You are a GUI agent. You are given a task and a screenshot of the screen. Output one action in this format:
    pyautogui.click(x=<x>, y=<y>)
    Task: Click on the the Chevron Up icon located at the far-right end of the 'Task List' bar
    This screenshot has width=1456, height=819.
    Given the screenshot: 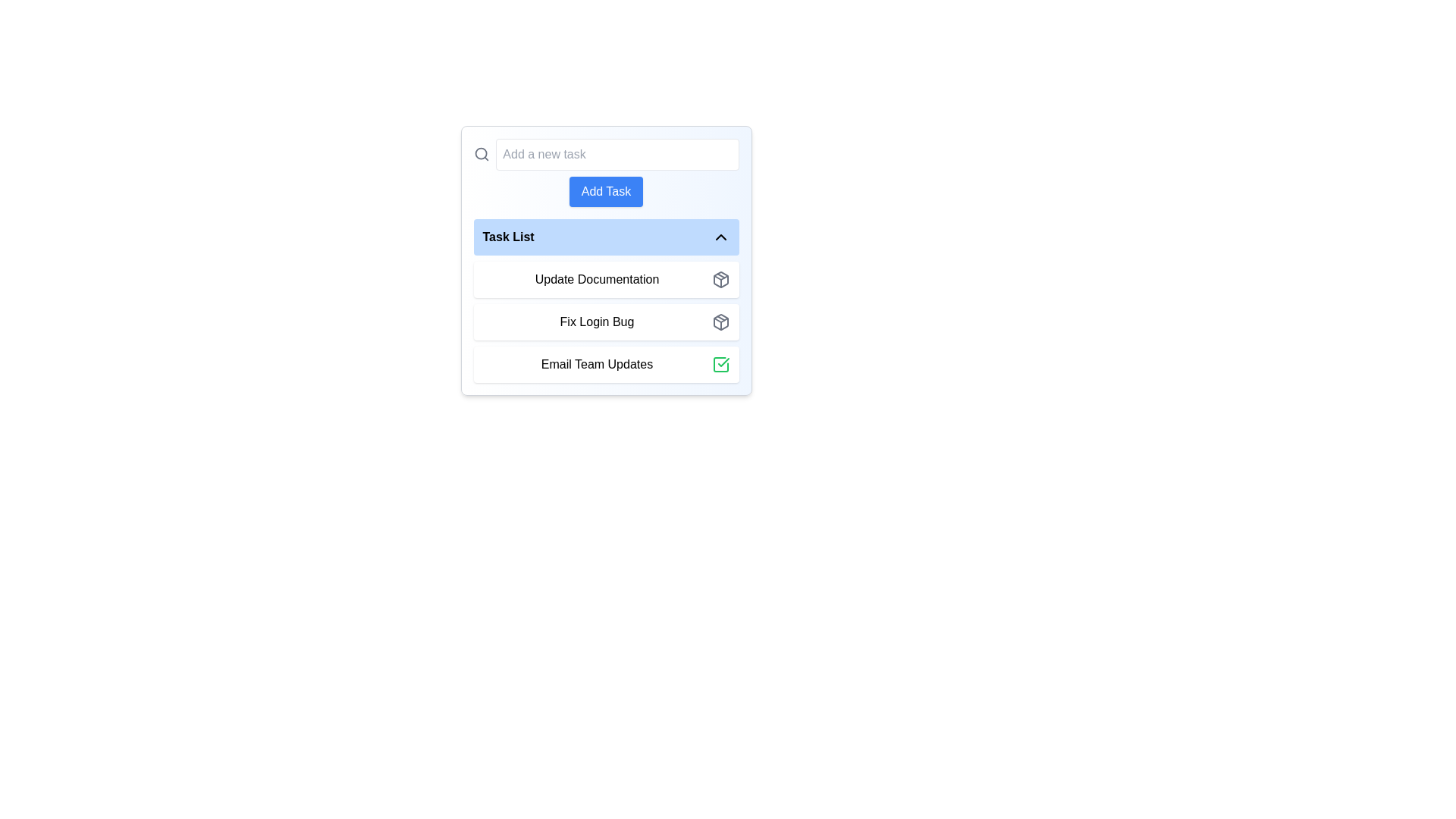 What is the action you would take?
    pyautogui.click(x=720, y=237)
    